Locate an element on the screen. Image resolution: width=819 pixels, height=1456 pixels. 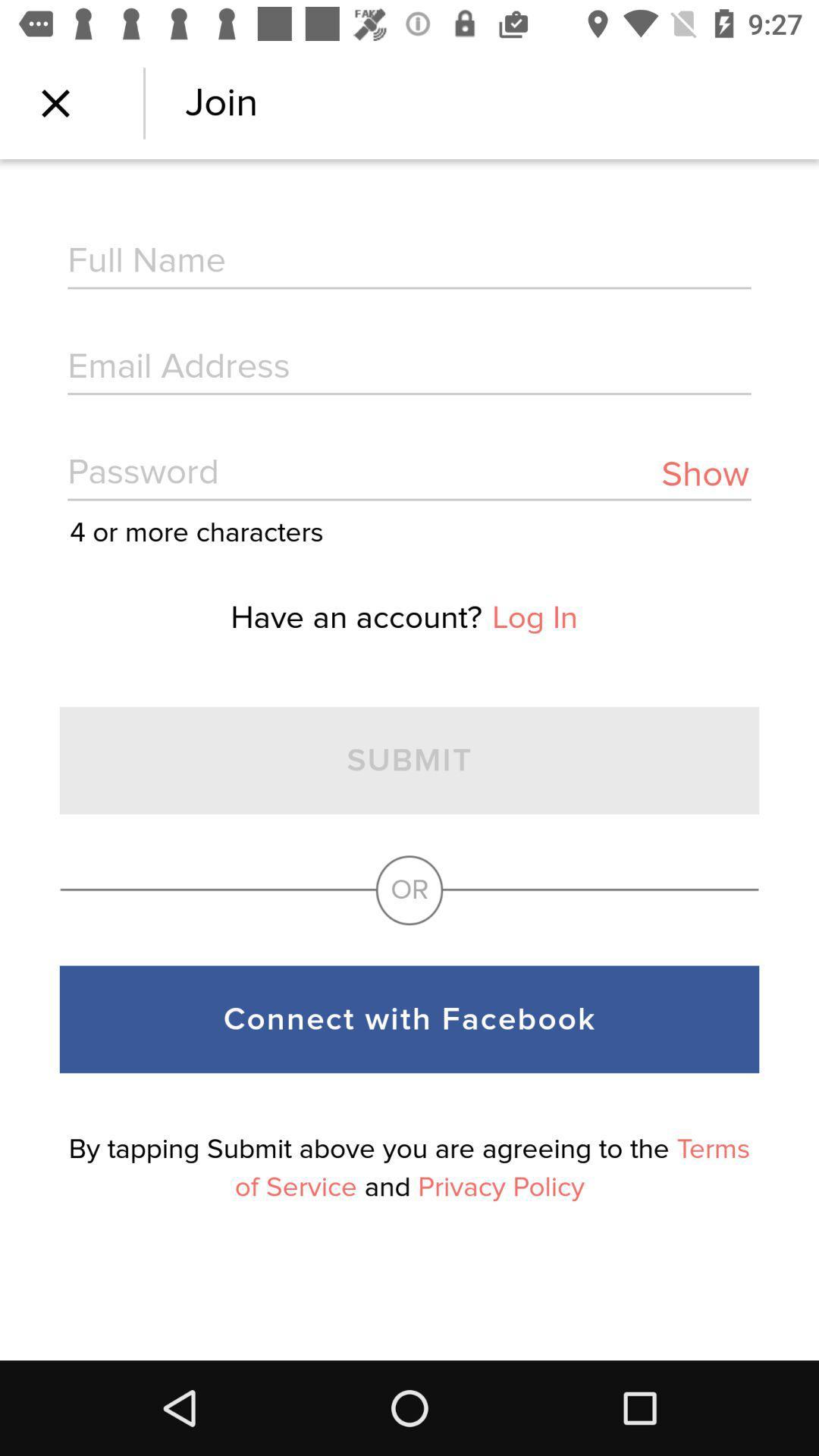
password is located at coordinates (409, 473).